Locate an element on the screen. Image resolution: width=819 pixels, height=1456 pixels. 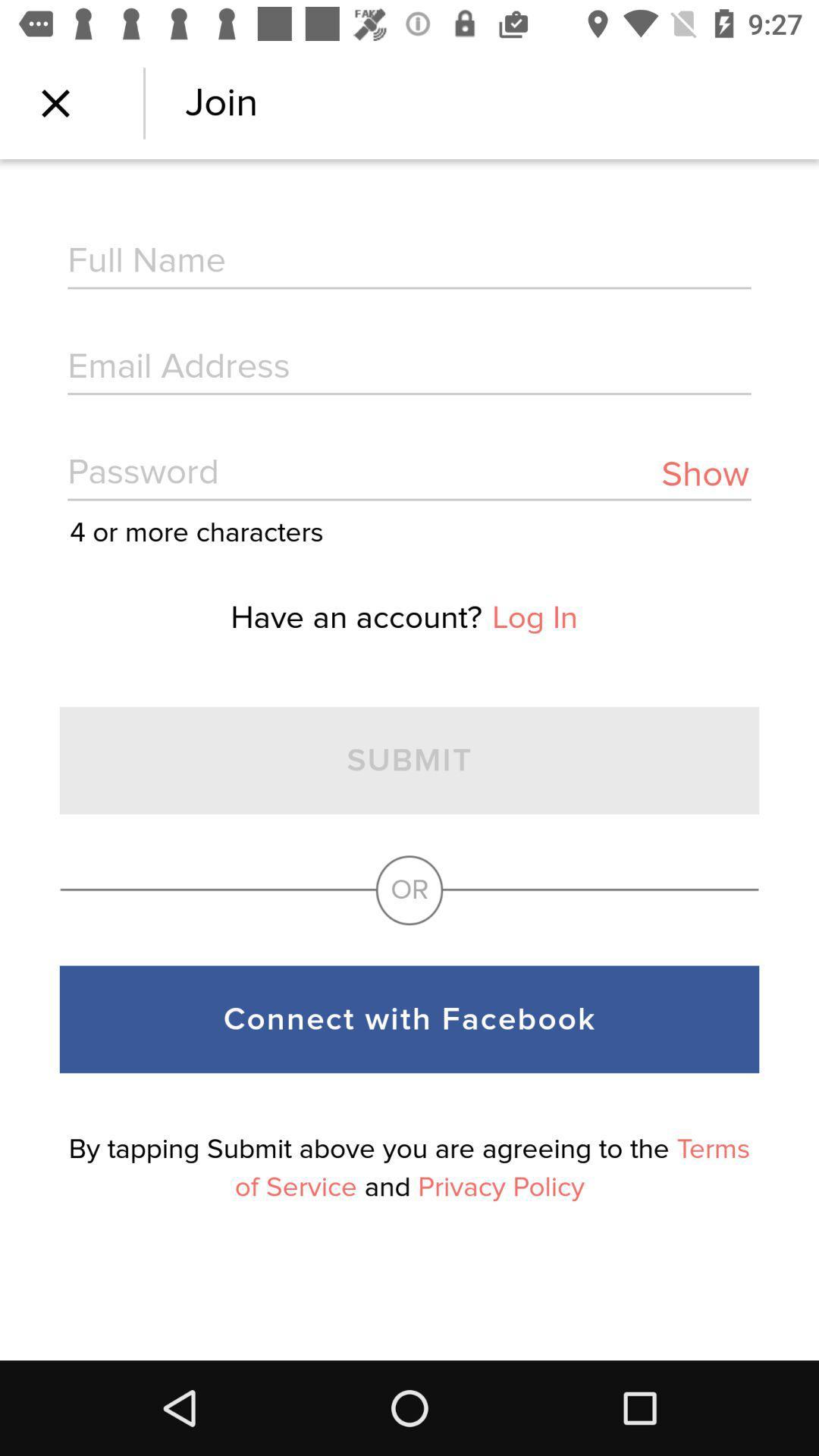
password is located at coordinates (409, 473).